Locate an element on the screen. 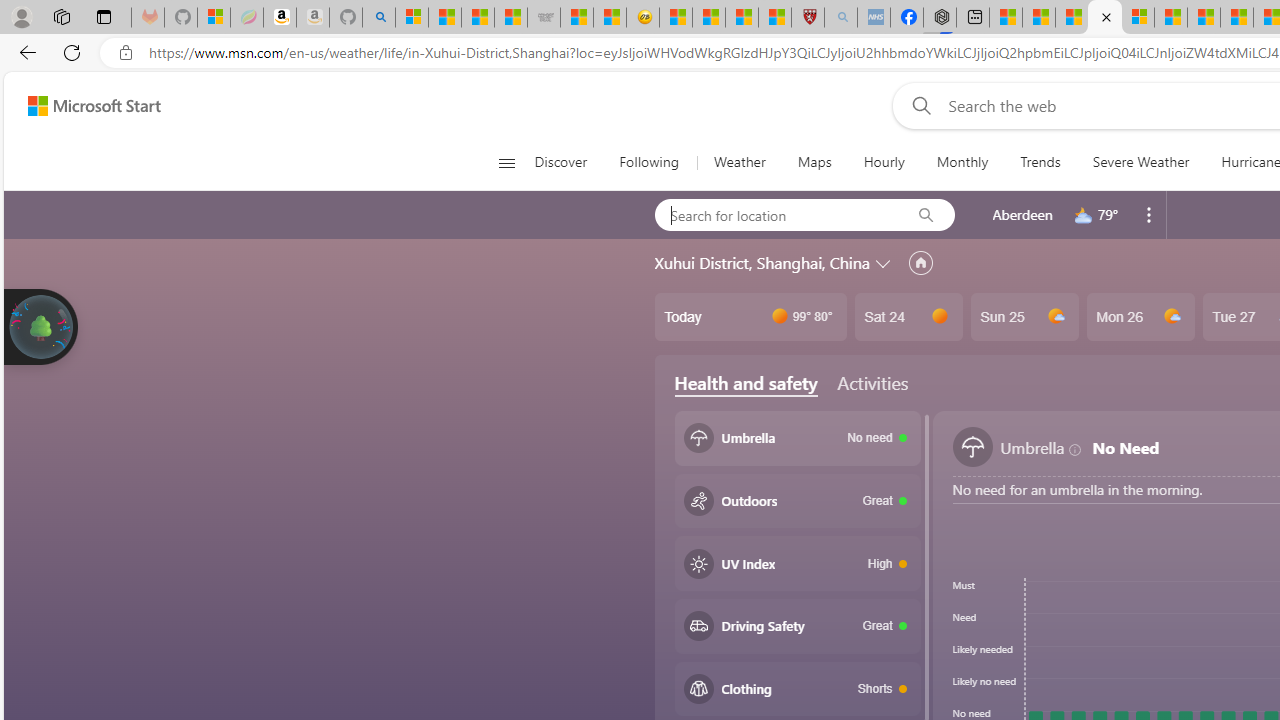 The image size is (1280, 720). 'Change location' is located at coordinates (884, 261).